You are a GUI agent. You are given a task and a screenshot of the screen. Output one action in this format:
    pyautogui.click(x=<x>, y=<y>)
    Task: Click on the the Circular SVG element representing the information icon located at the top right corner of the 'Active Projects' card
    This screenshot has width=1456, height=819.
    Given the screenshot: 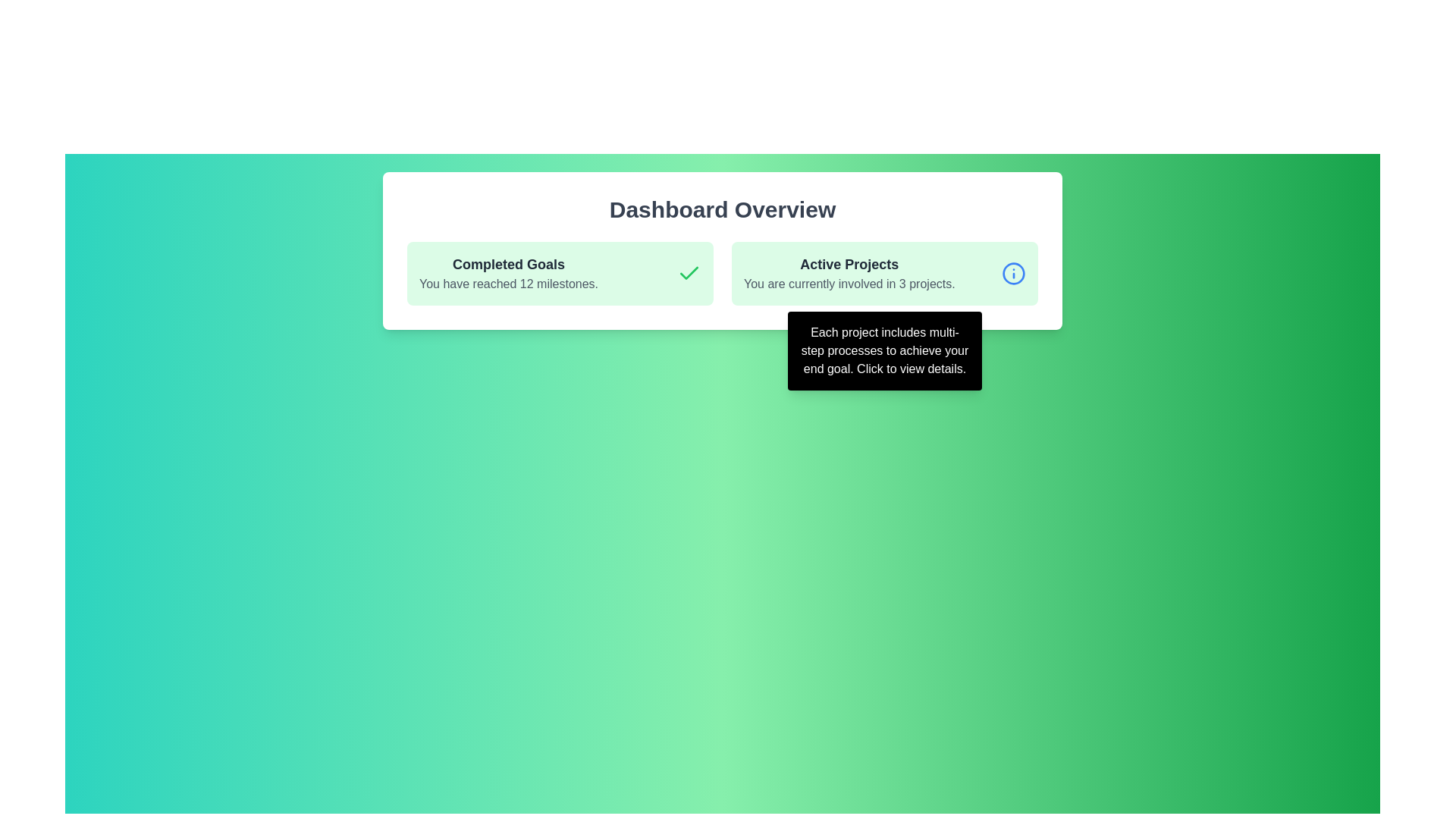 What is the action you would take?
    pyautogui.click(x=1014, y=274)
    